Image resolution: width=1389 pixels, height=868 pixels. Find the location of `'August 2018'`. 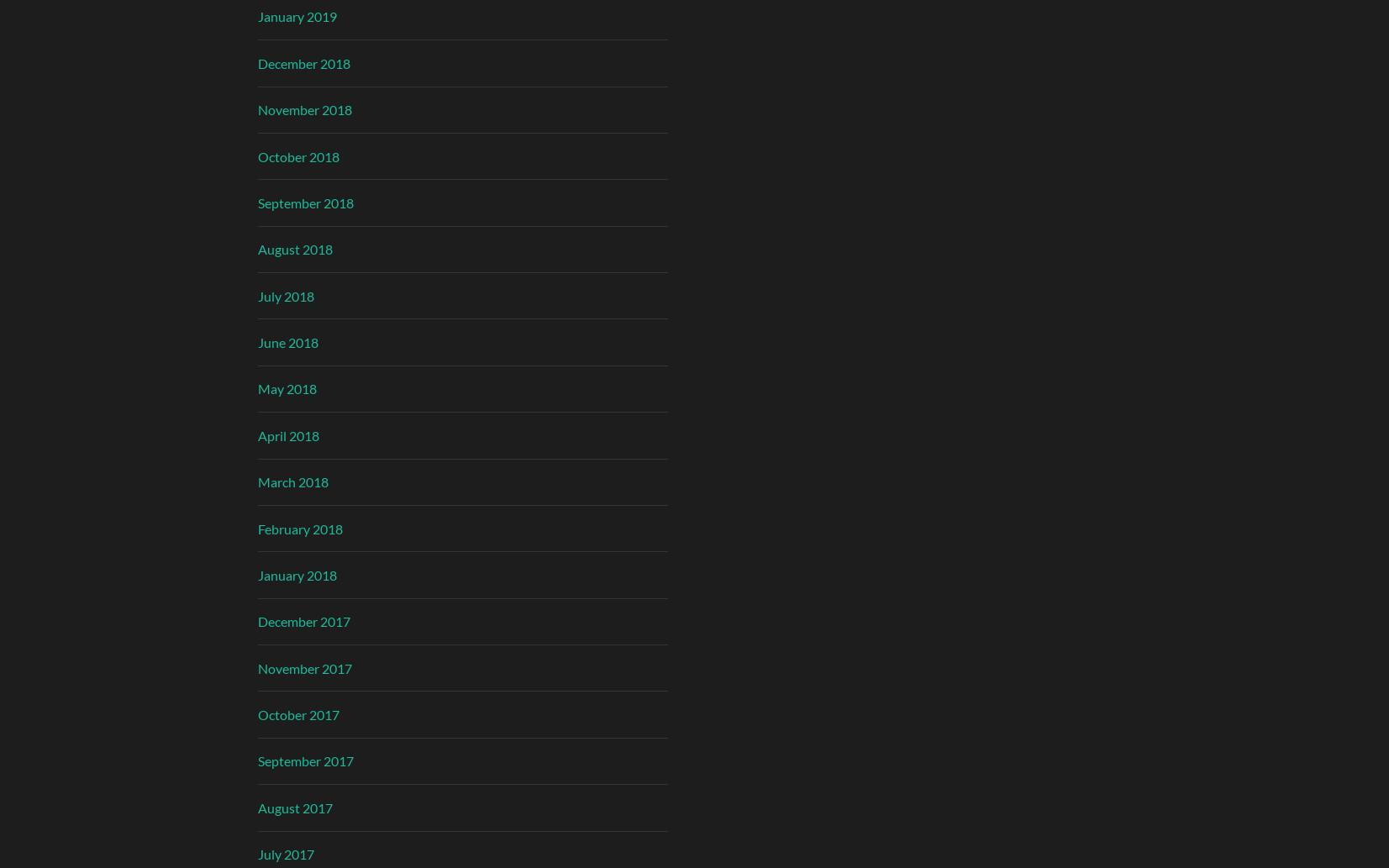

'August 2018' is located at coordinates (293, 248).